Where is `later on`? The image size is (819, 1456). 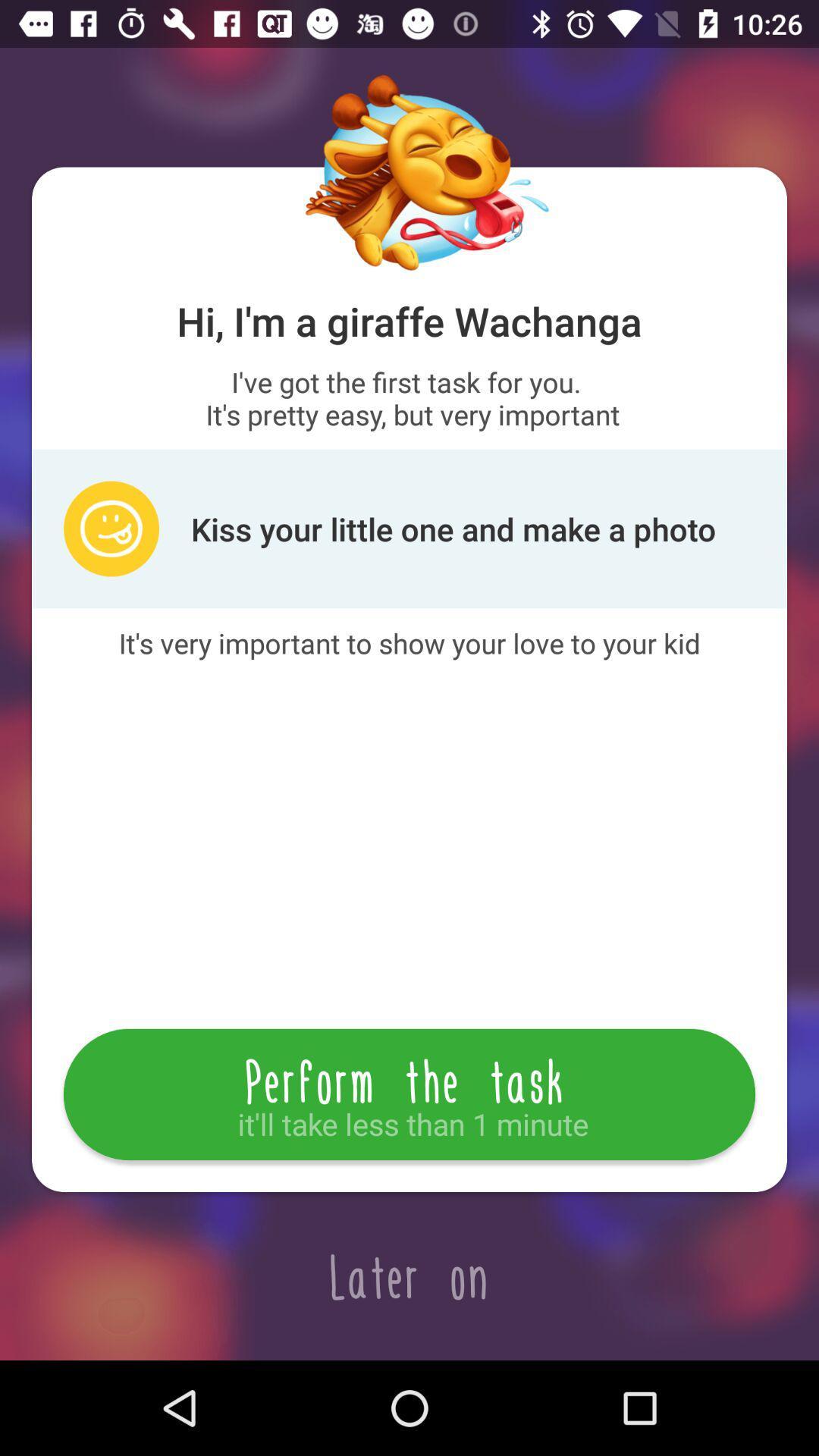
later on is located at coordinates (409, 1276).